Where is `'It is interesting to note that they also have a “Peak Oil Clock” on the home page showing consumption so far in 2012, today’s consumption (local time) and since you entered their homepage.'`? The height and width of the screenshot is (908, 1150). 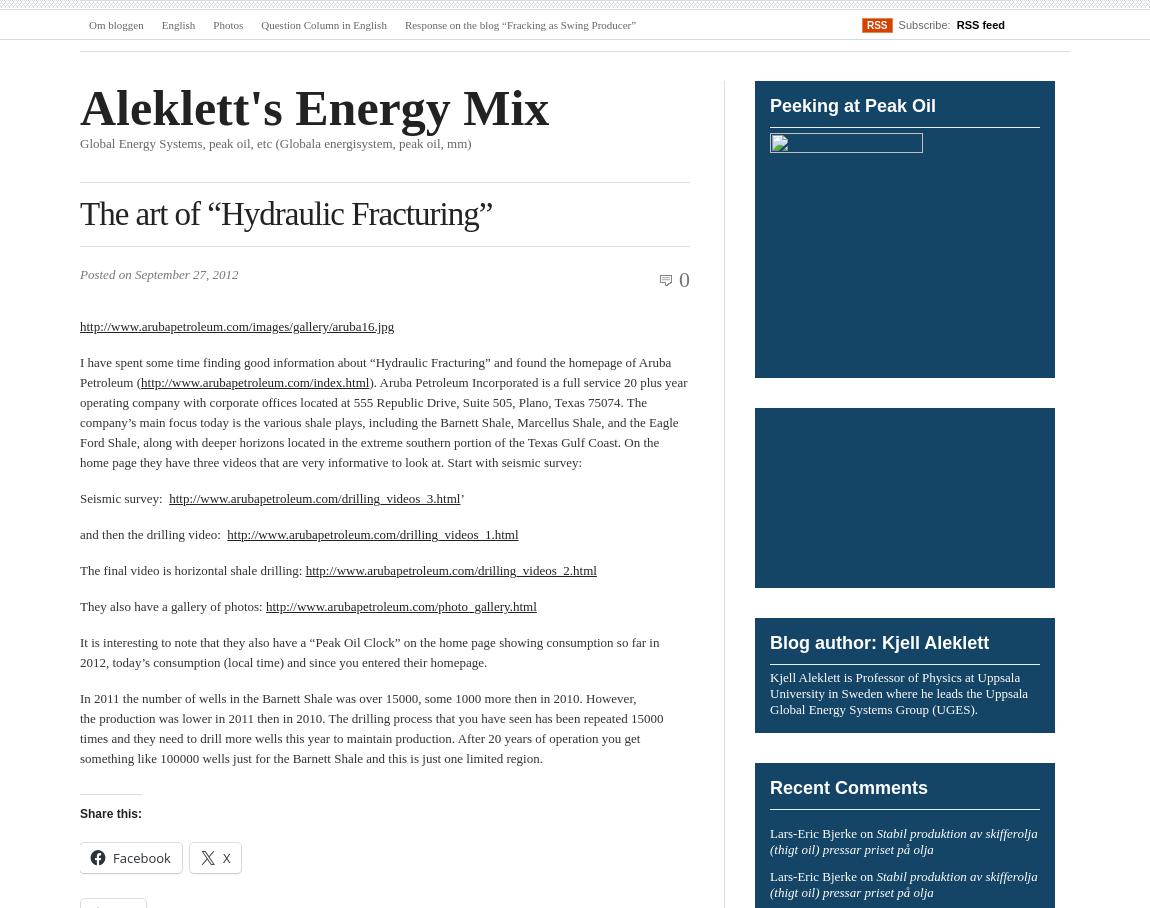
'It is interesting to note that they also have a “Peak Oil Clock” on the home page showing consumption so far in 2012, today’s consumption (local time) and since you entered their homepage.' is located at coordinates (369, 652).